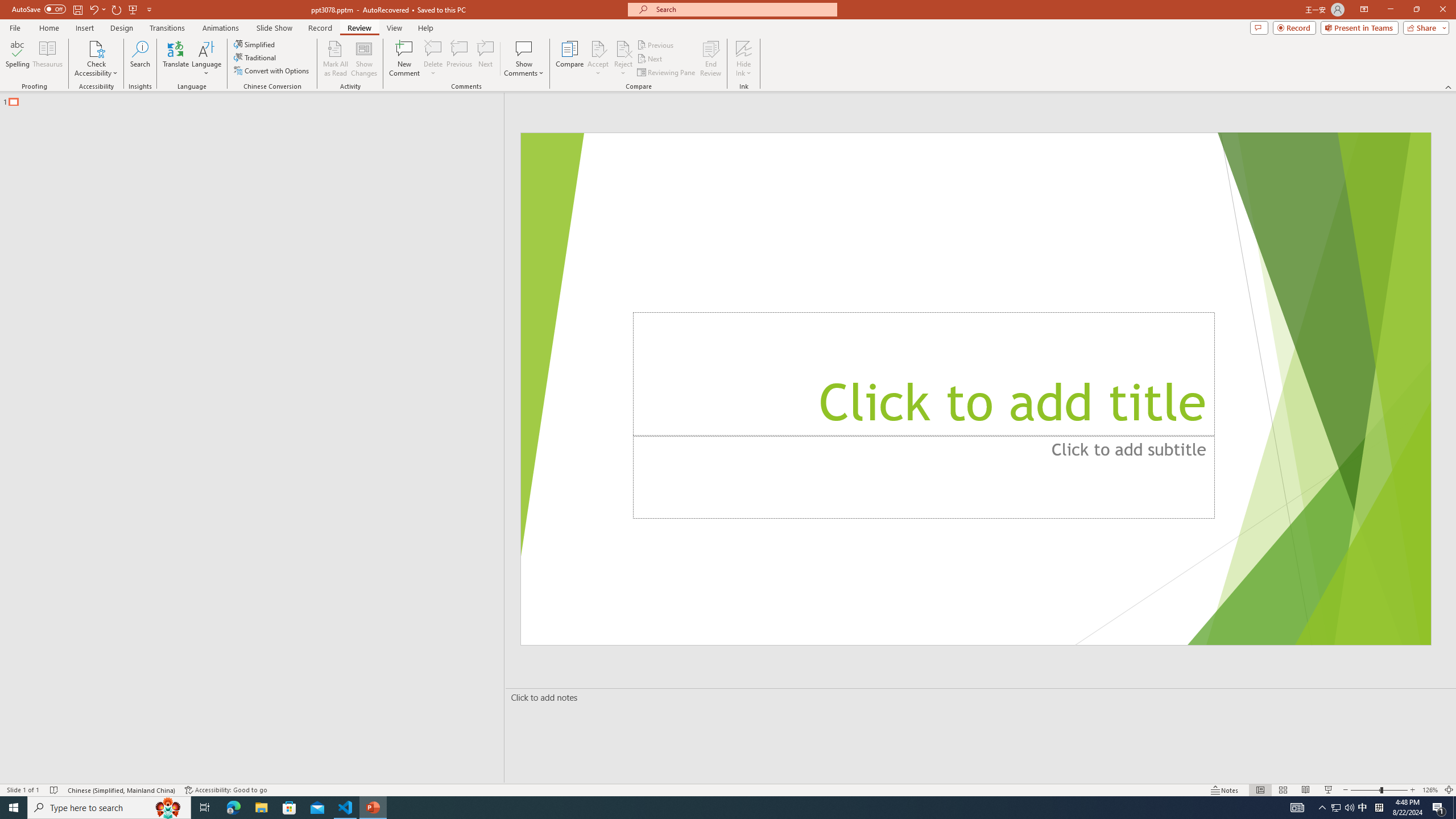 This screenshot has height=819, width=1456. What do you see at coordinates (710, 59) in the screenshot?
I see `'End Review'` at bounding box center [710, 59].